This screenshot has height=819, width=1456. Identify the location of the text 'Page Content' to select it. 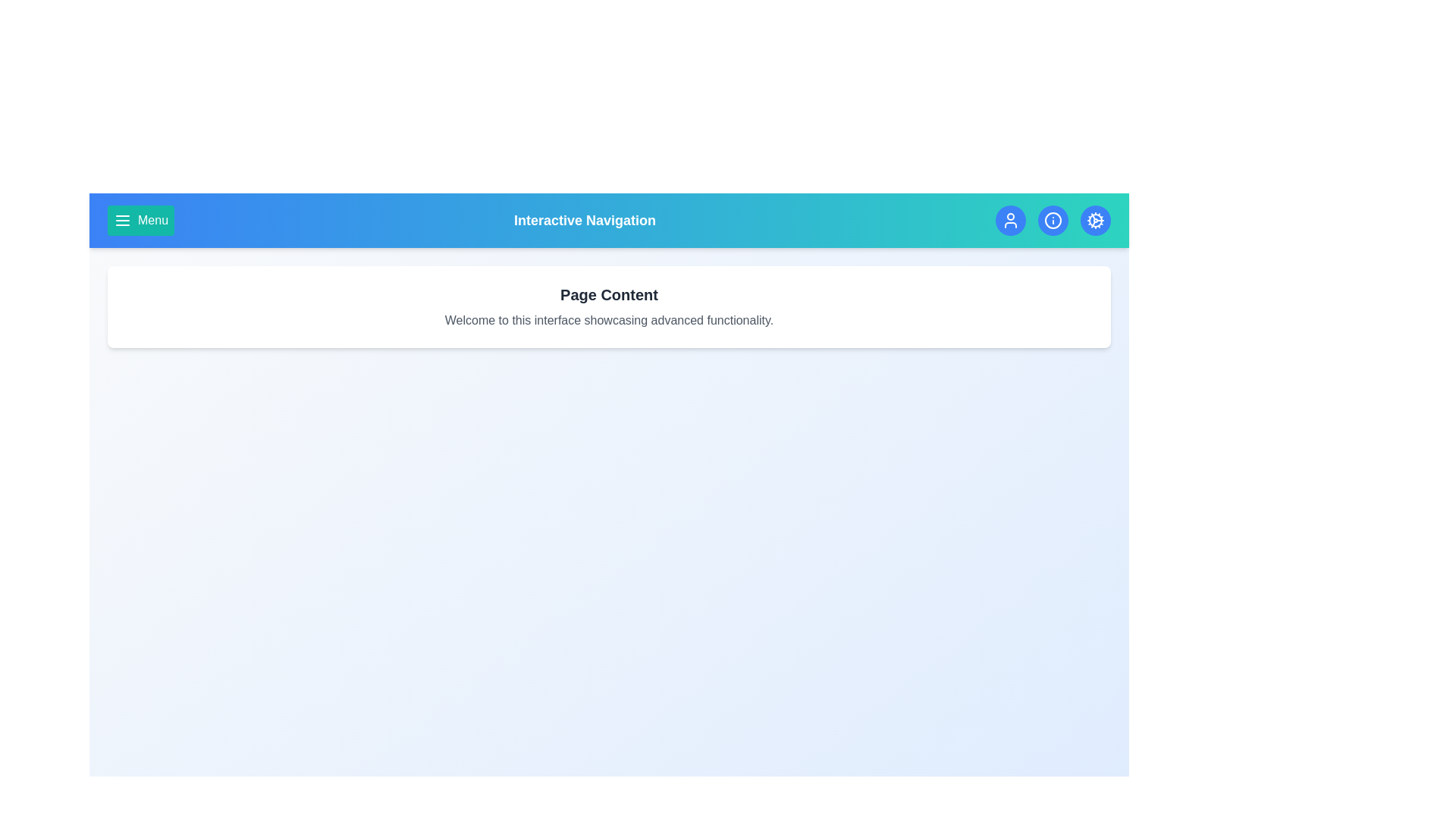
(609, 295).